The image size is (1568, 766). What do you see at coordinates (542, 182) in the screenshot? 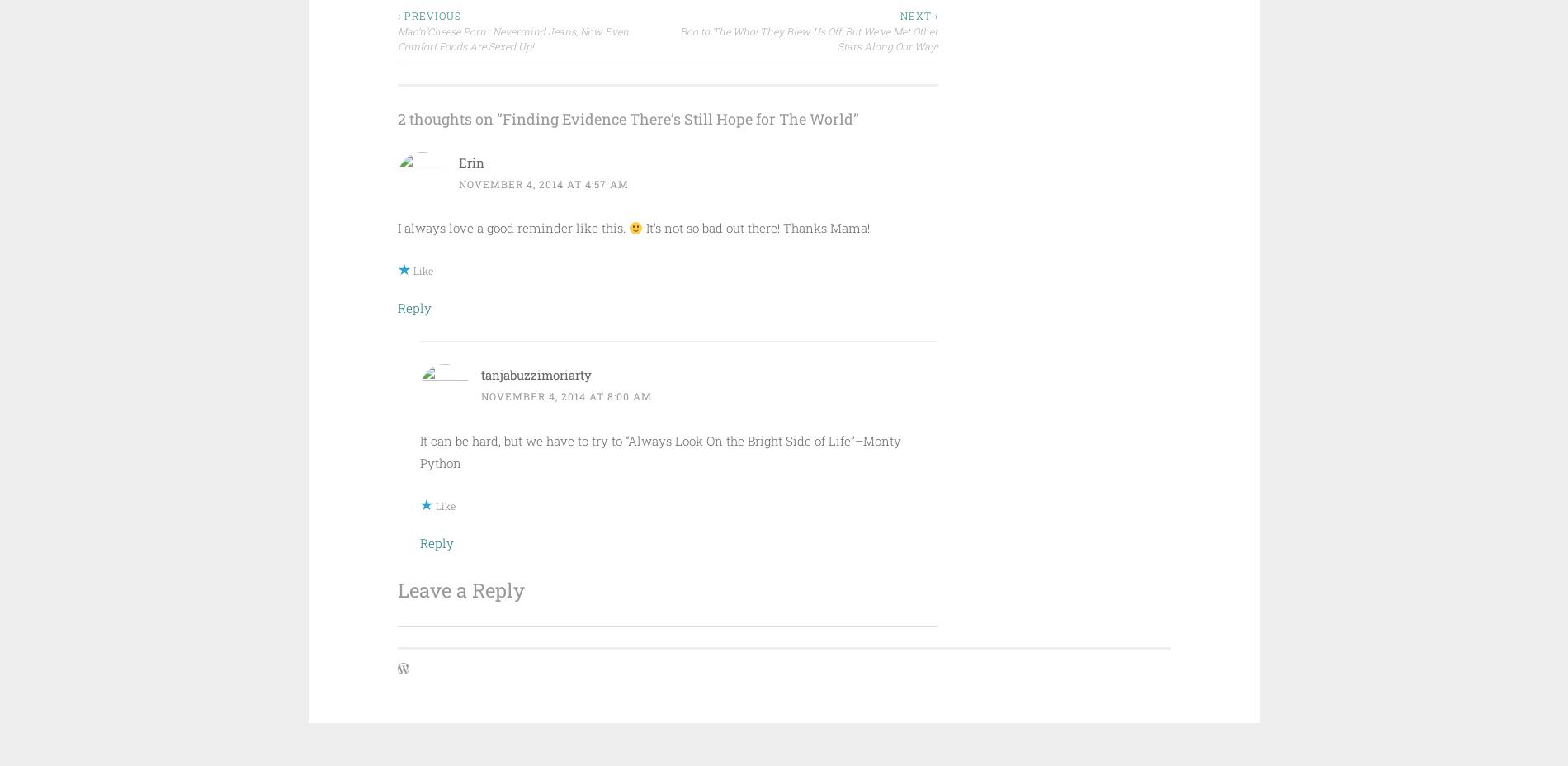
I see `'November 4, 2014 at 4:57 am'` at bounding box center [542, 182].